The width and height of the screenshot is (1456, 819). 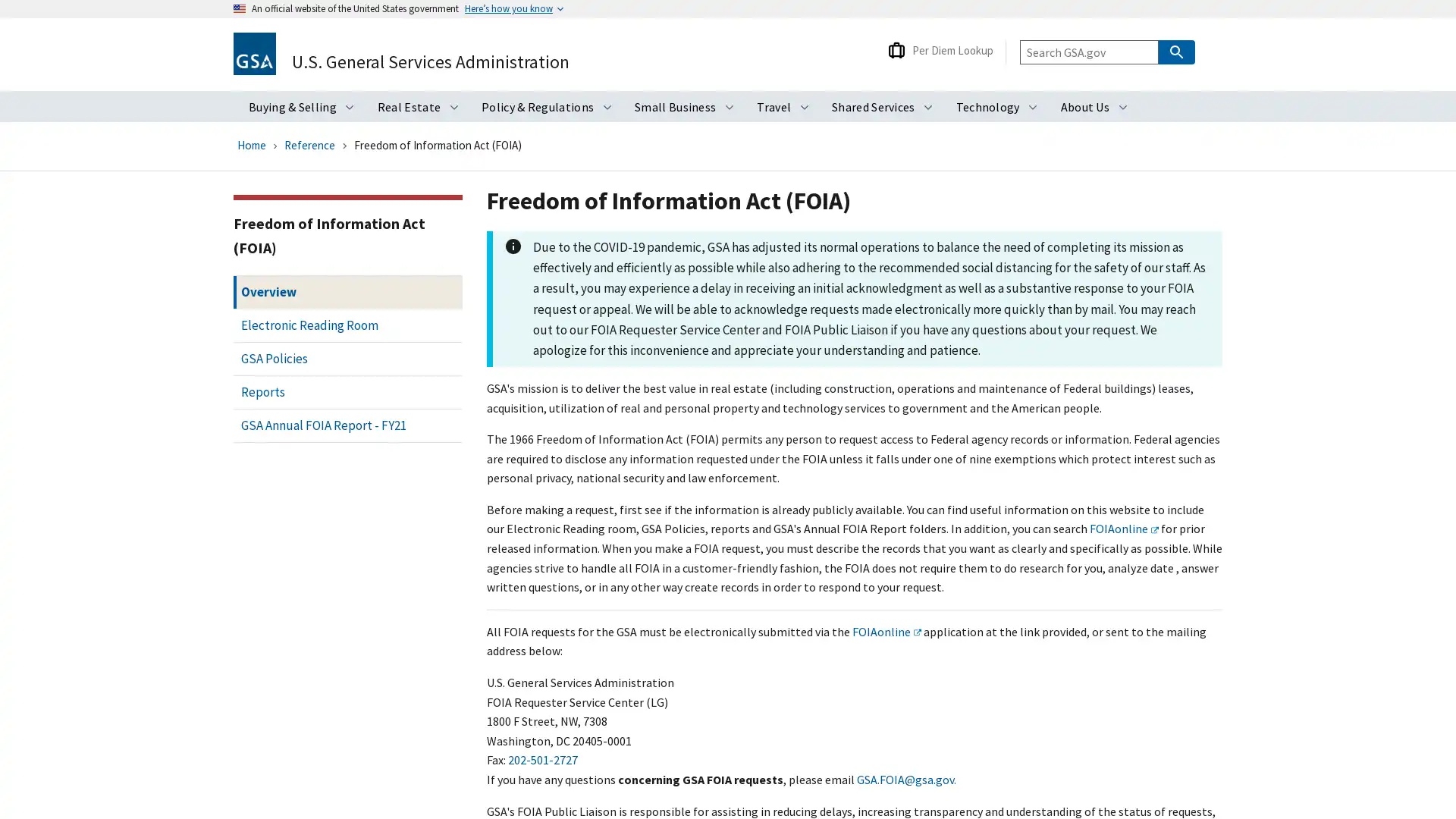 I want to click on Heres how you know, so click(x=509, y=8).